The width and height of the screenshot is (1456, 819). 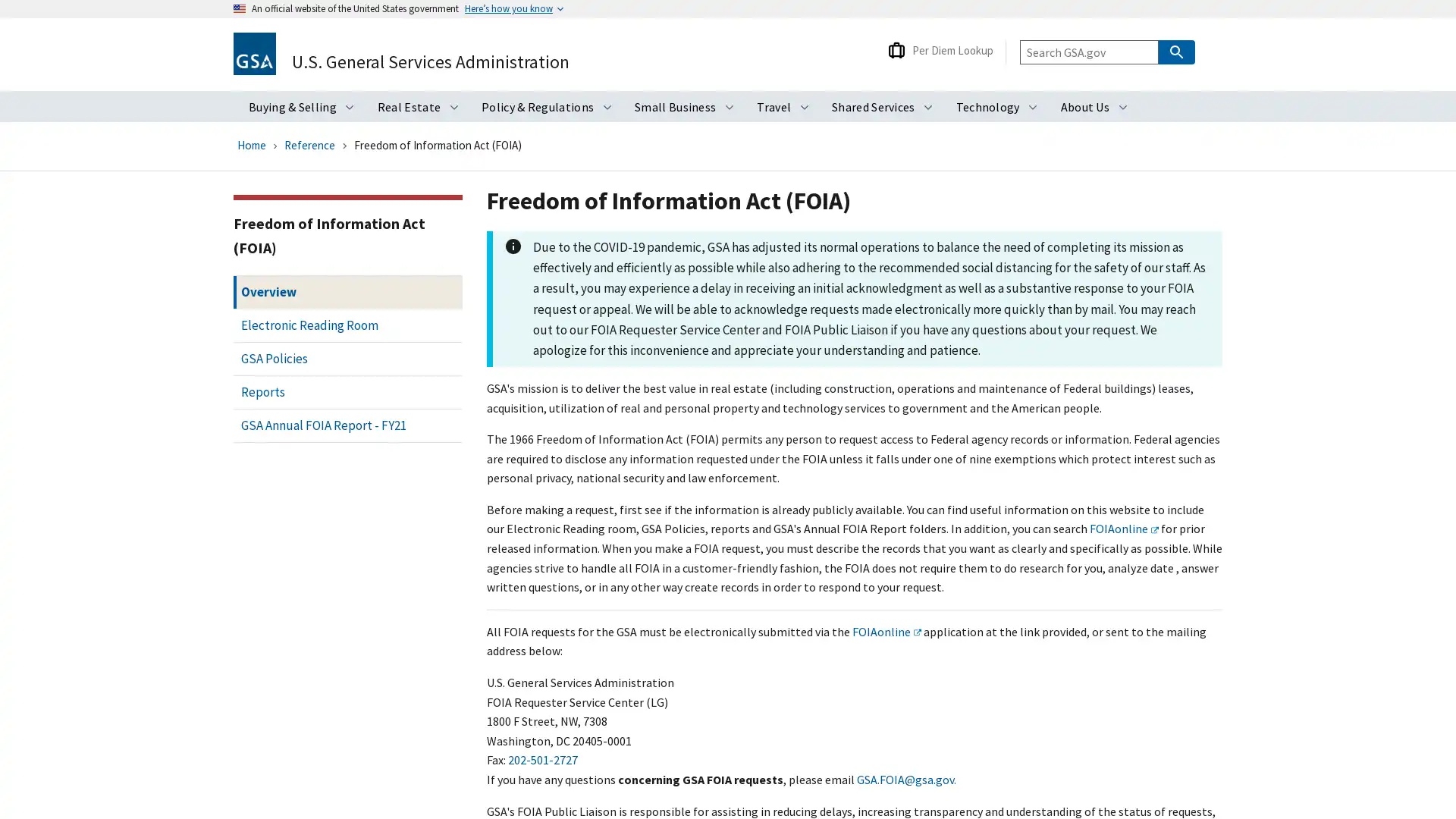 I want to click on Heres how you know, so click(x=509, y=8).